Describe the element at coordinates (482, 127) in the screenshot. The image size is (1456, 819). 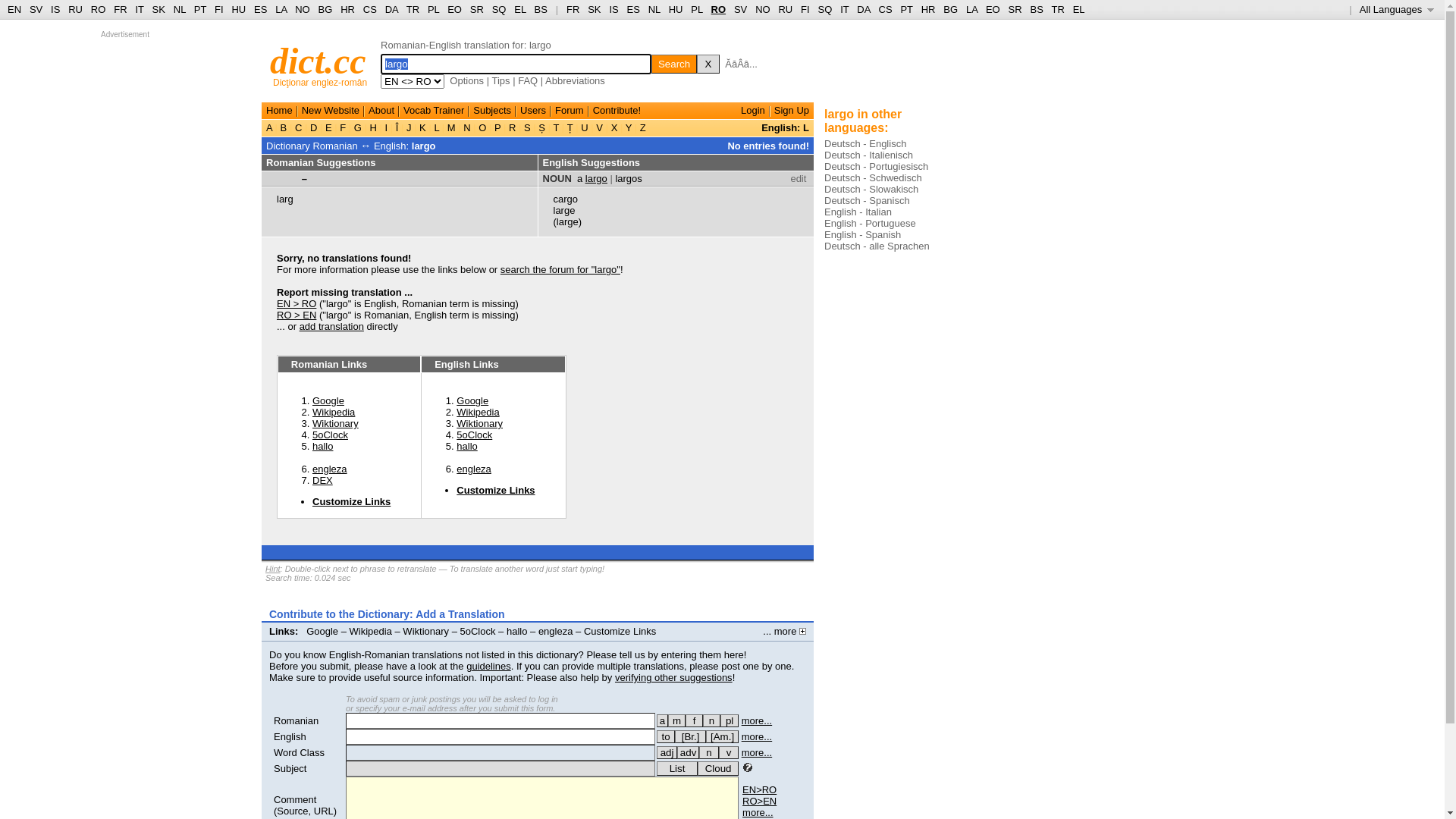
I see `'O'` at that location.